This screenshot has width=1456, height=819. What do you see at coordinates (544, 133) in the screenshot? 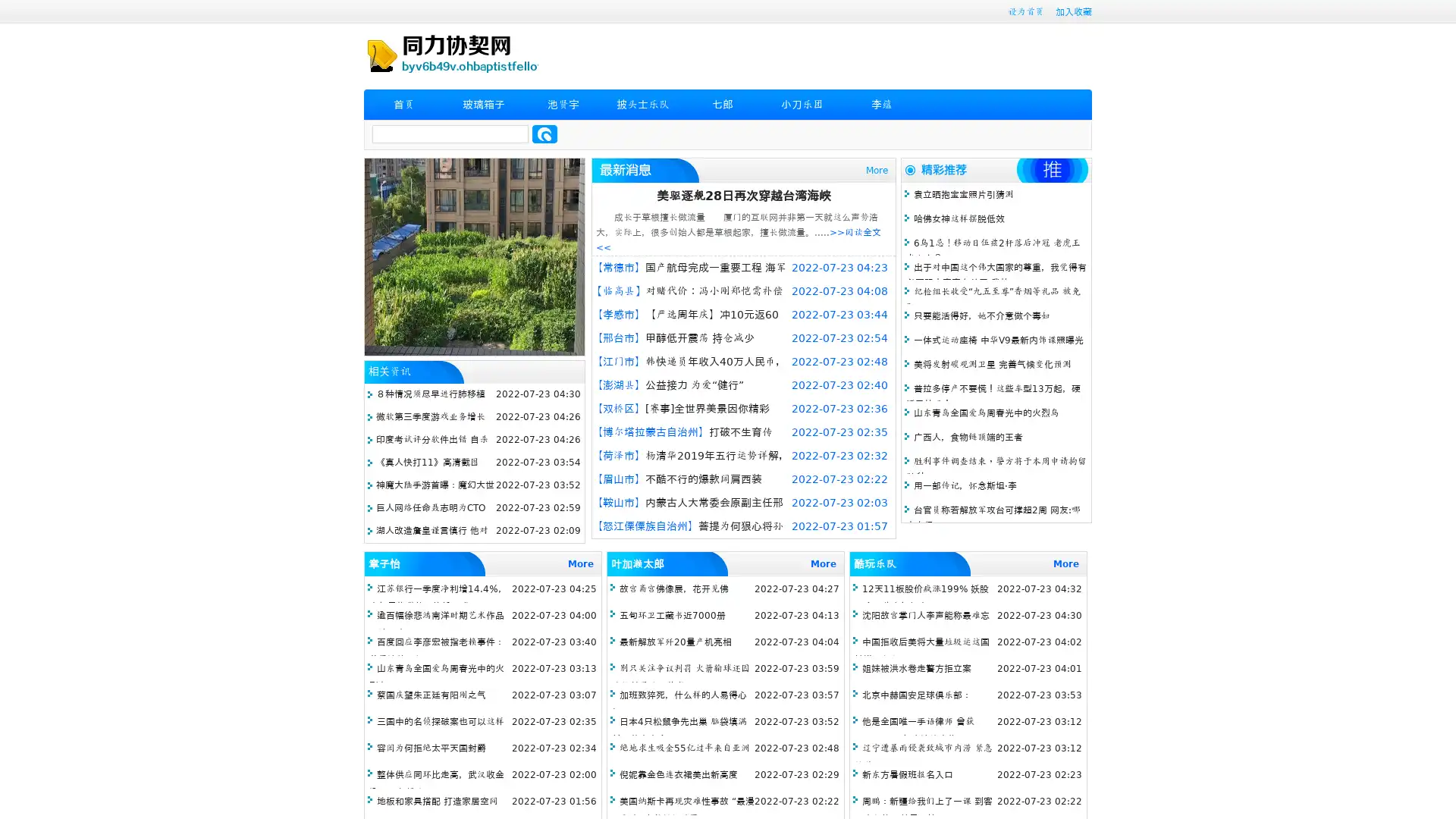
I see `Search` at bounding box center [544, 133].